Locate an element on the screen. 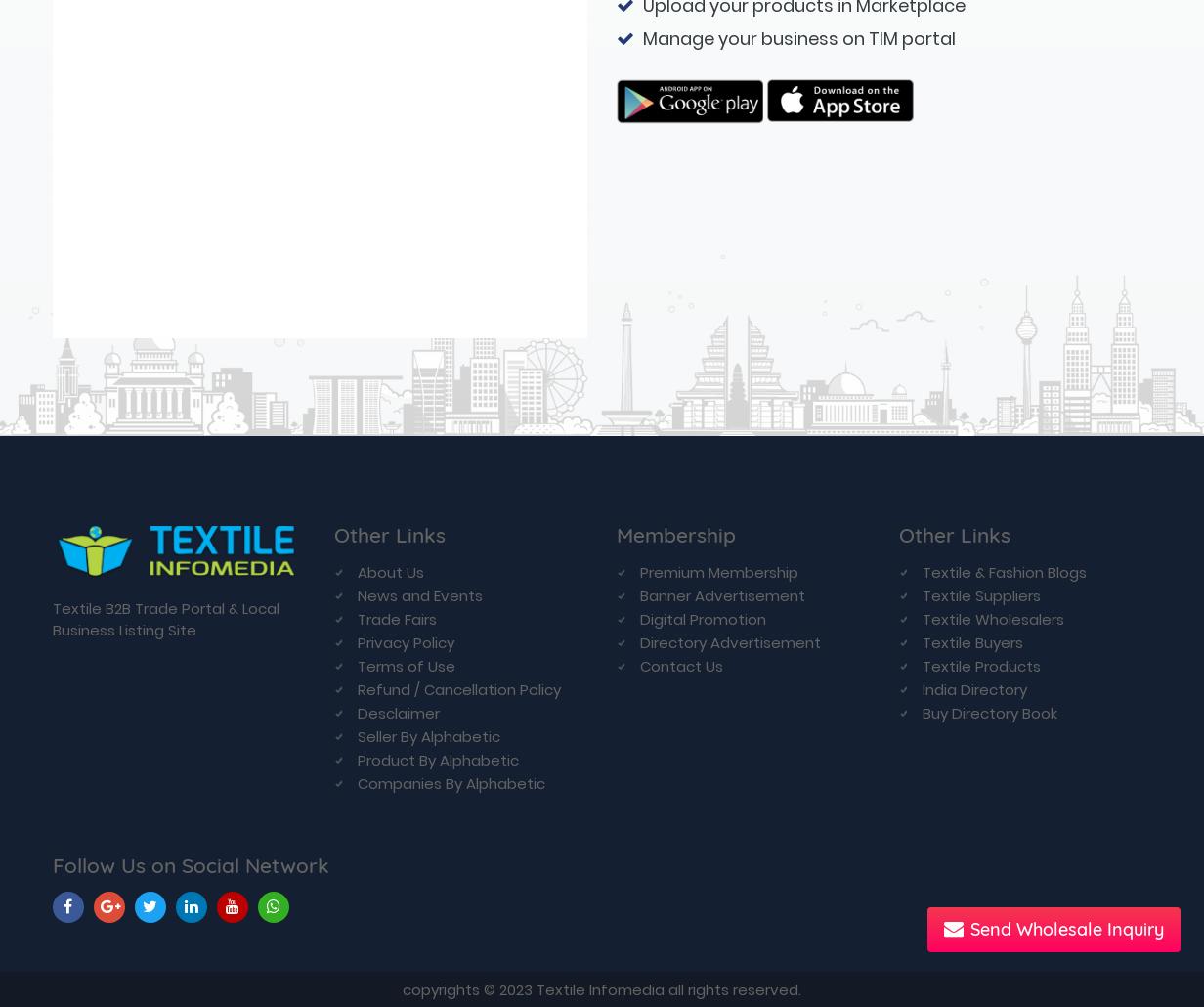  'Directory Advertisement' is located at coordinates (729, 32).